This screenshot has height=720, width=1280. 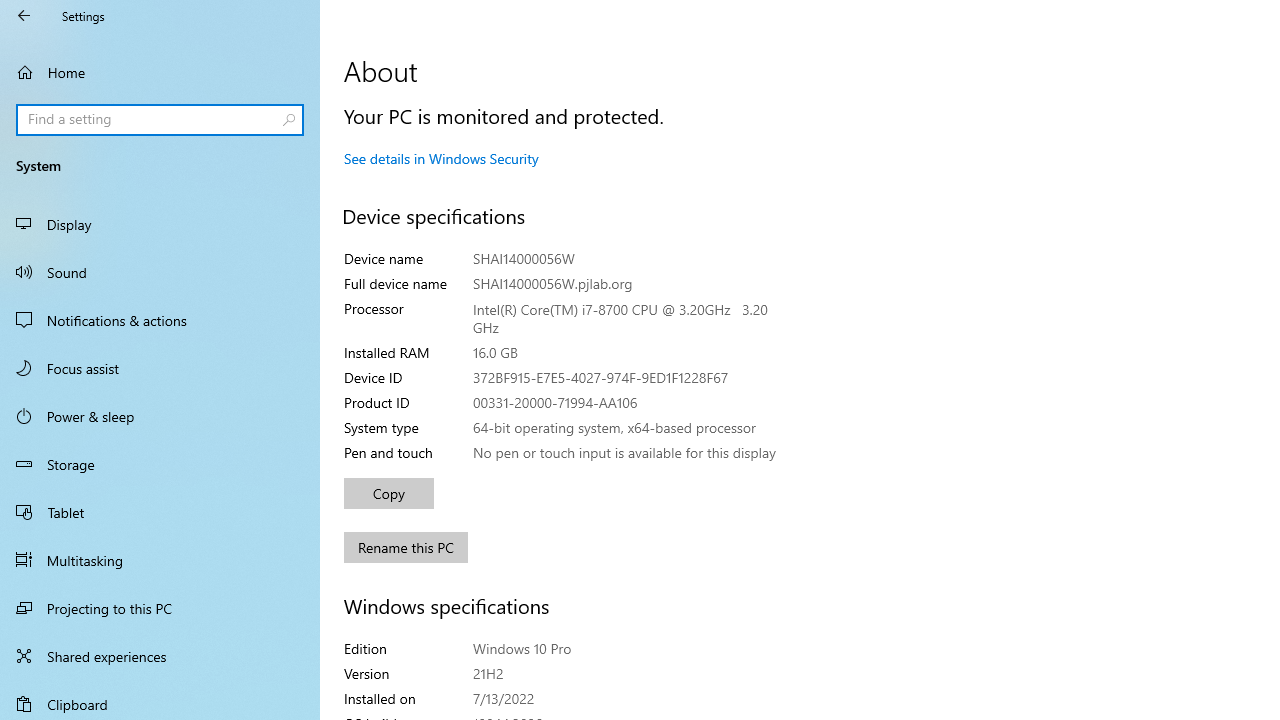 I want to click on 'Rename this PC', so click(x=405, y=547).